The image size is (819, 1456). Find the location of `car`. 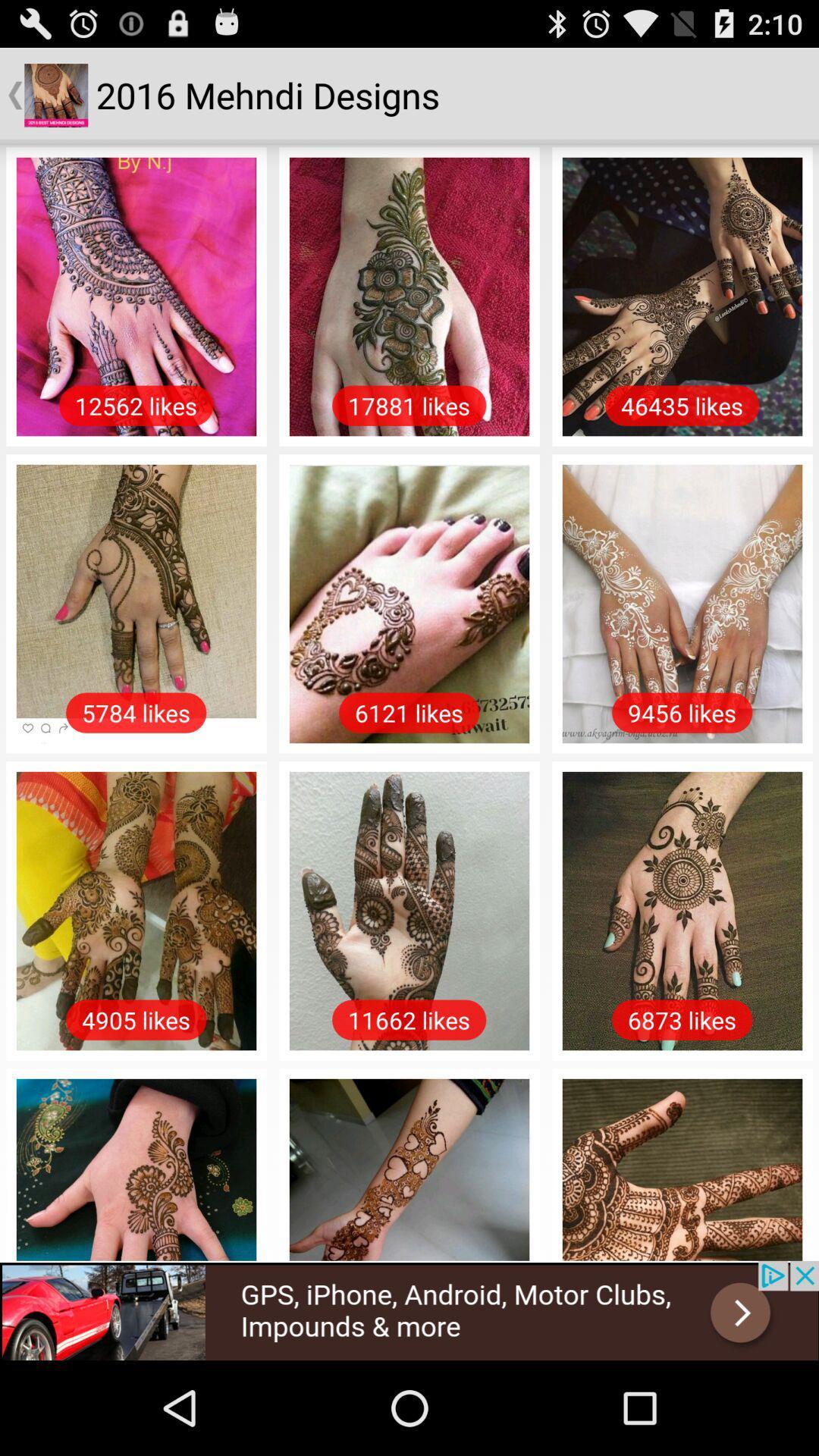

car is located at coordinates (409, 1310).